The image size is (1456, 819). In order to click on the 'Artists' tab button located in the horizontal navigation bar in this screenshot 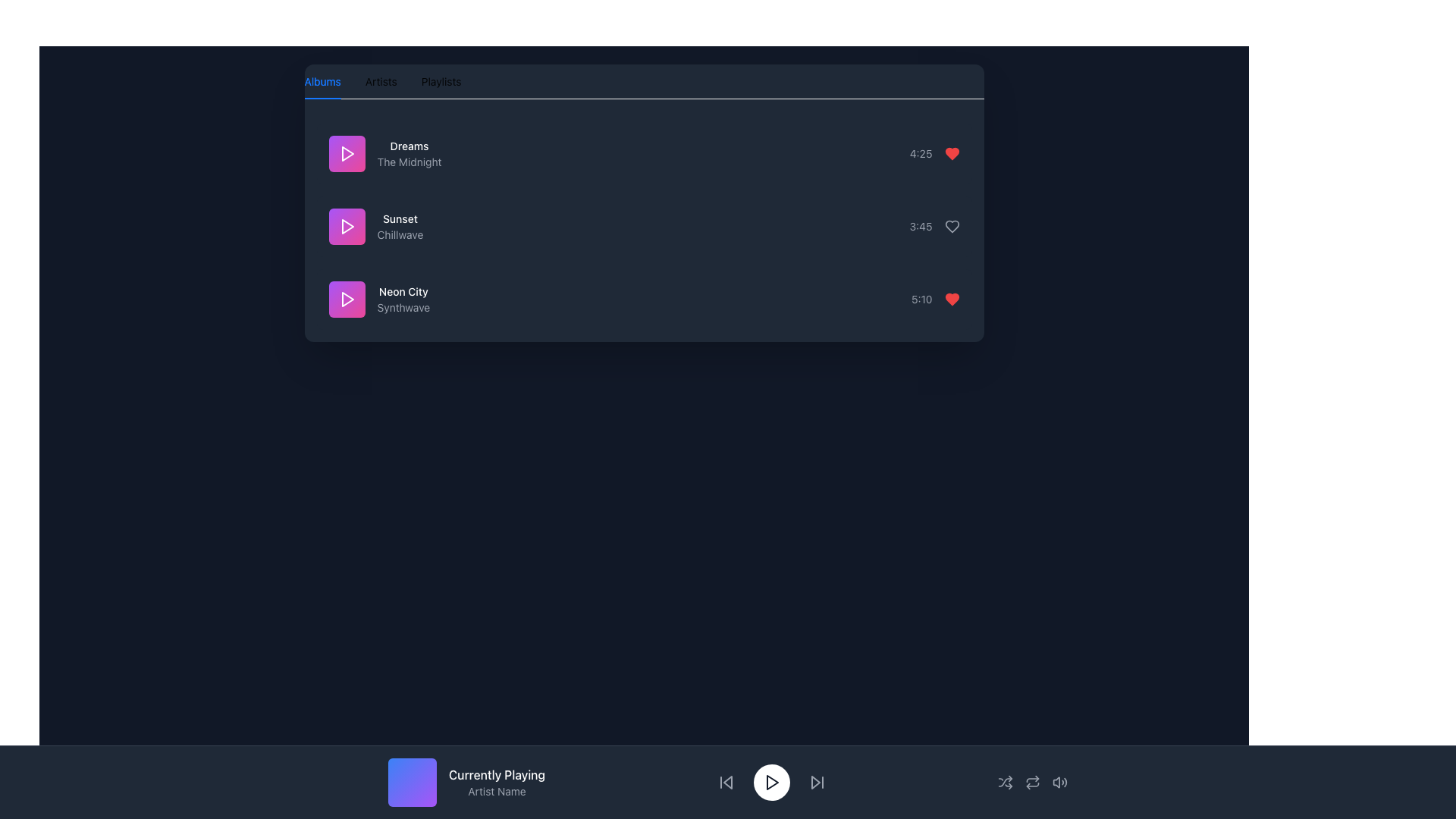, I will do `click(381, 82)`.